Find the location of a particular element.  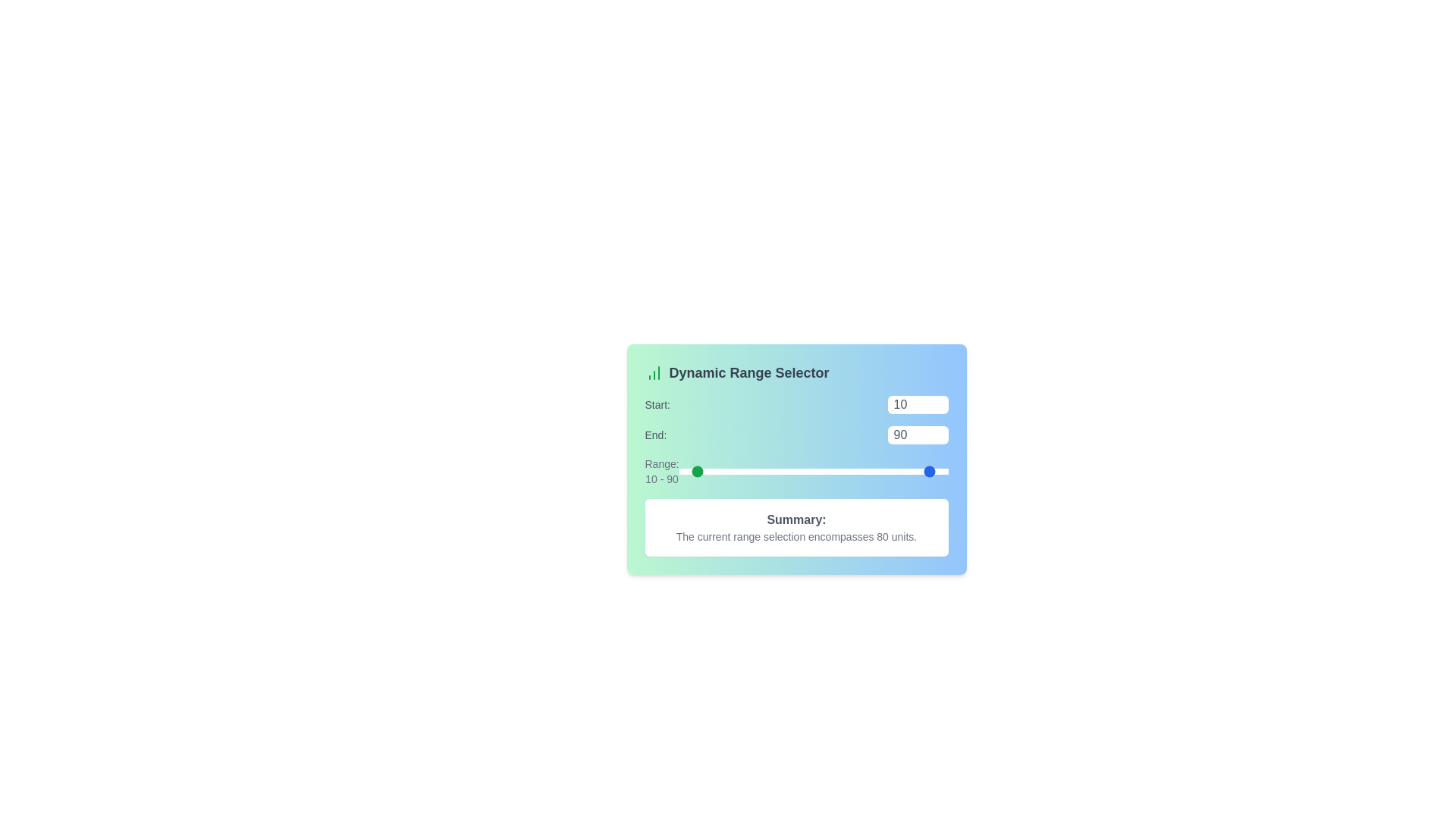

the 'Start' range value to 51 using the input box is located at coordinates (917, 403).